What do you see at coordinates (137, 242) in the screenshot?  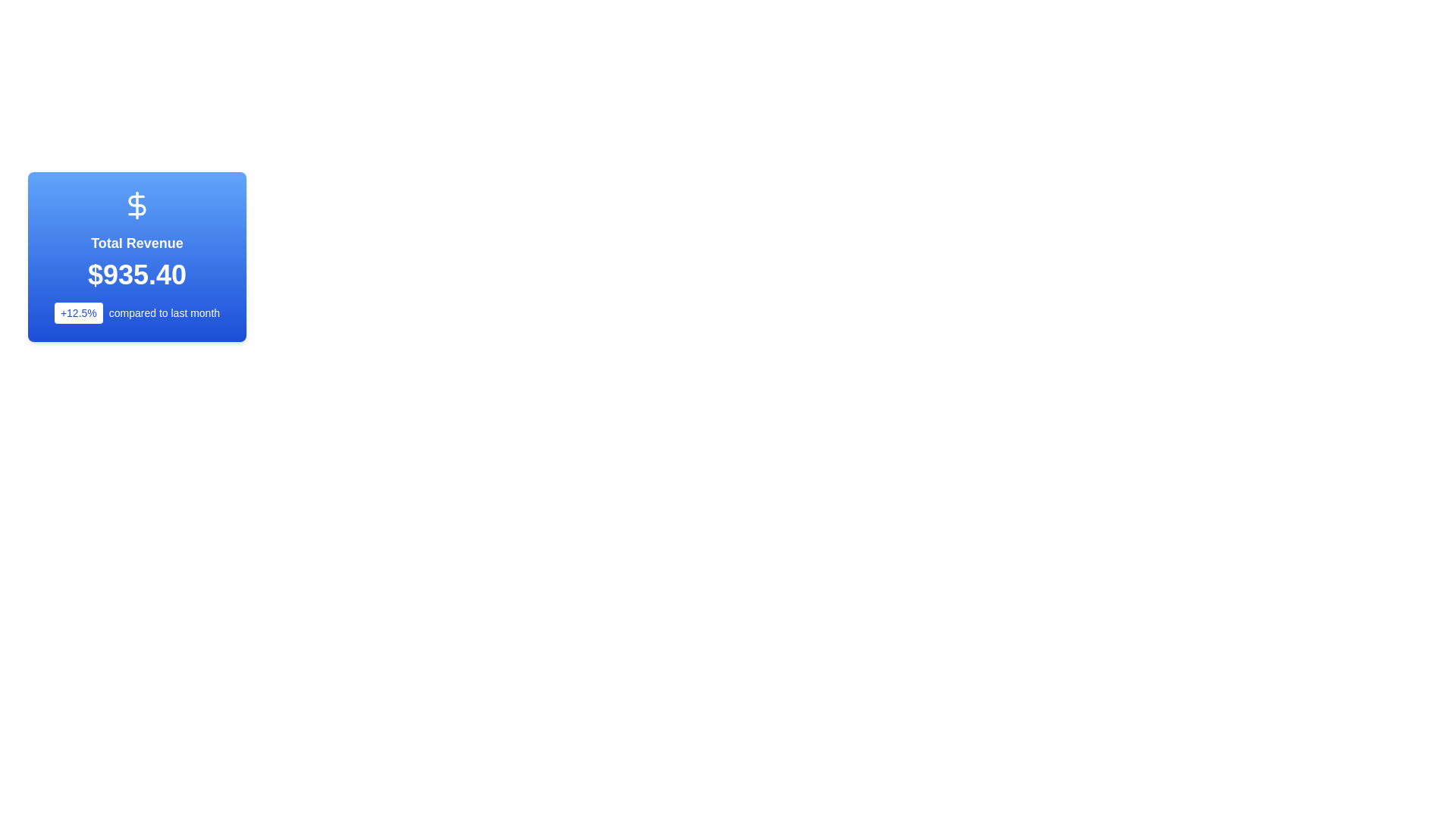 I see `the text label displaying 'Total Revenue', which is bold and large, located centrally at the top section of the interface, between a dollar sign icon and the total revenue value '$935.40'` at bounding box center [137, 242].